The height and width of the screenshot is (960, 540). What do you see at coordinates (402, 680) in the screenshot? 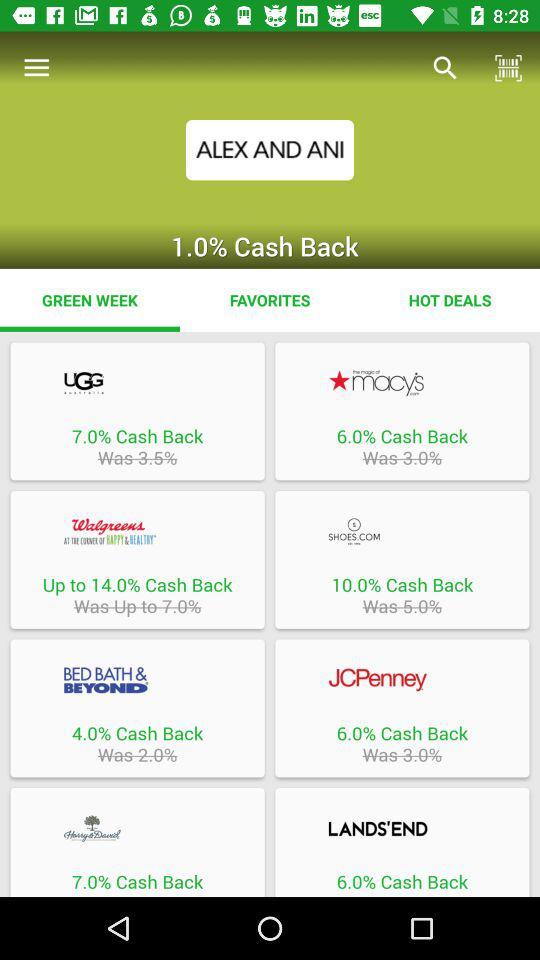
I see `open the brand jcpenny` at bounding box center [402, 680].